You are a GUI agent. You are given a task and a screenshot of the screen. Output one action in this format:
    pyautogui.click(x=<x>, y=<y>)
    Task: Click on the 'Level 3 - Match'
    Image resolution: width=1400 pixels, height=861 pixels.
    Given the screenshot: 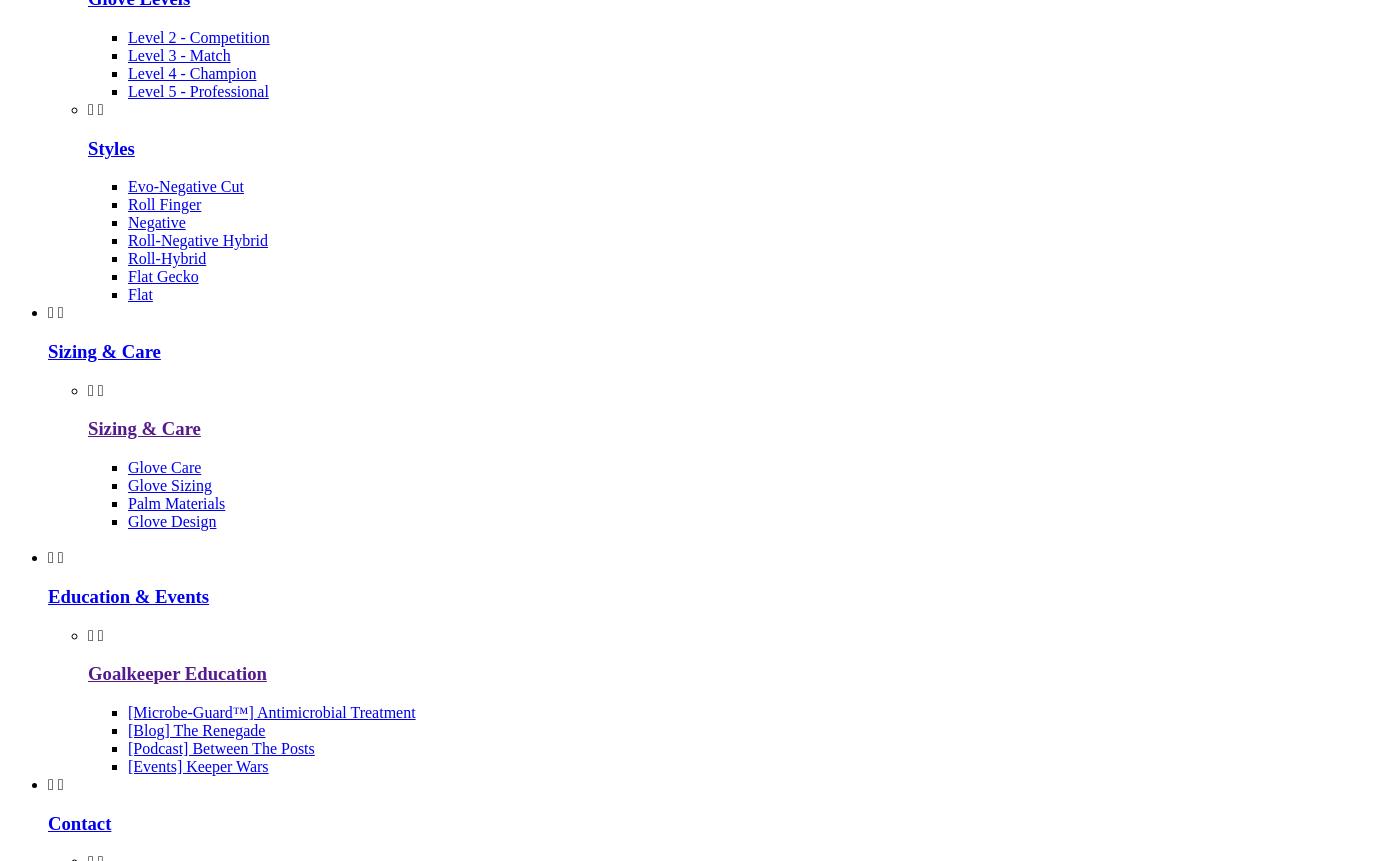 What is the action you would take?
    pyautogui.click(x=127, y=54)
    